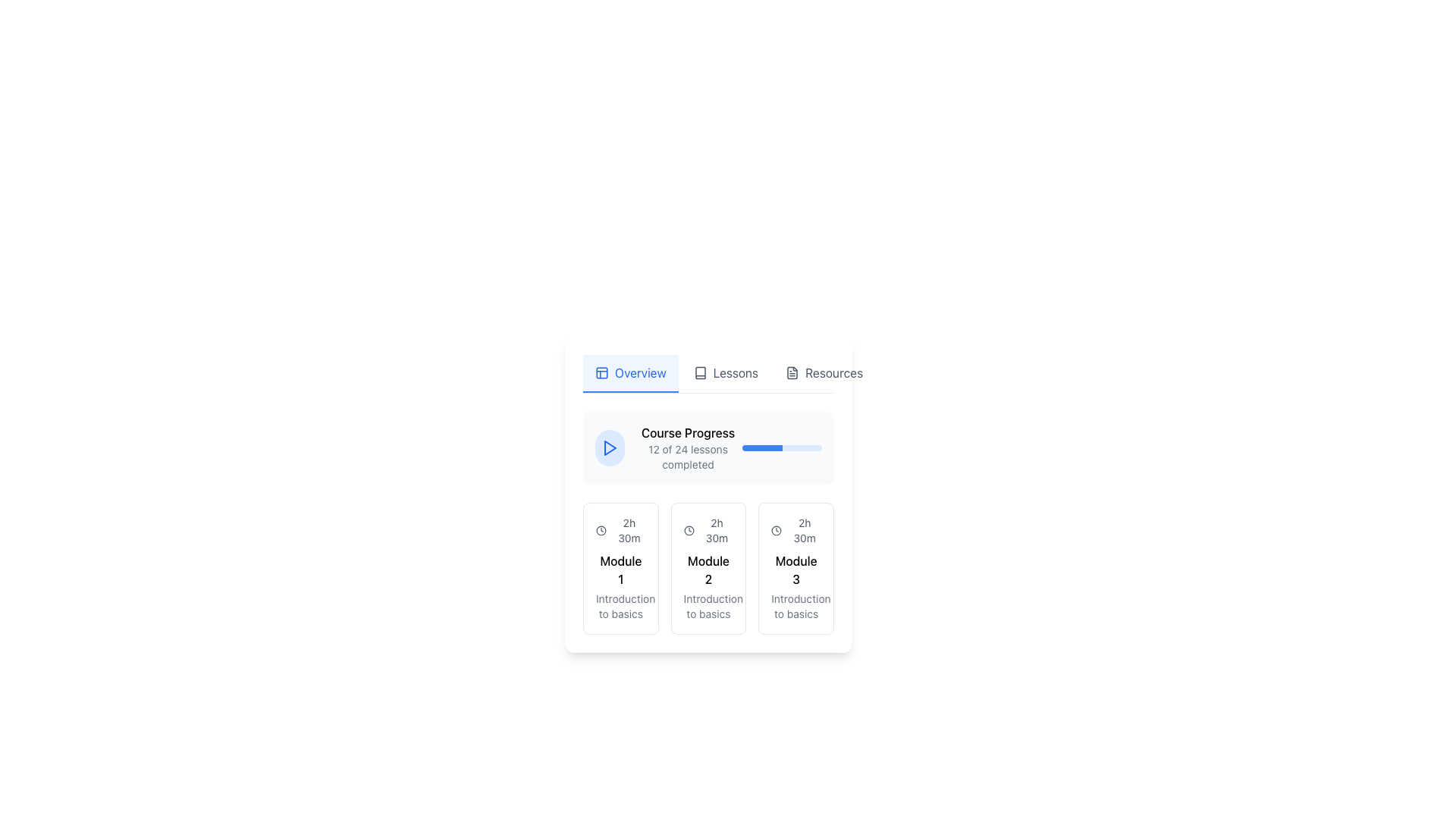 The height and width of the screenshot is (819, 1456). What do you see at coordinates (708, 568) in the screenshot?
I see `the 'Module 2' information card, which provides details about the course module, including its duration and description, located in the second position of a horizontal layout of three cards` at bounding box center [708, 568].